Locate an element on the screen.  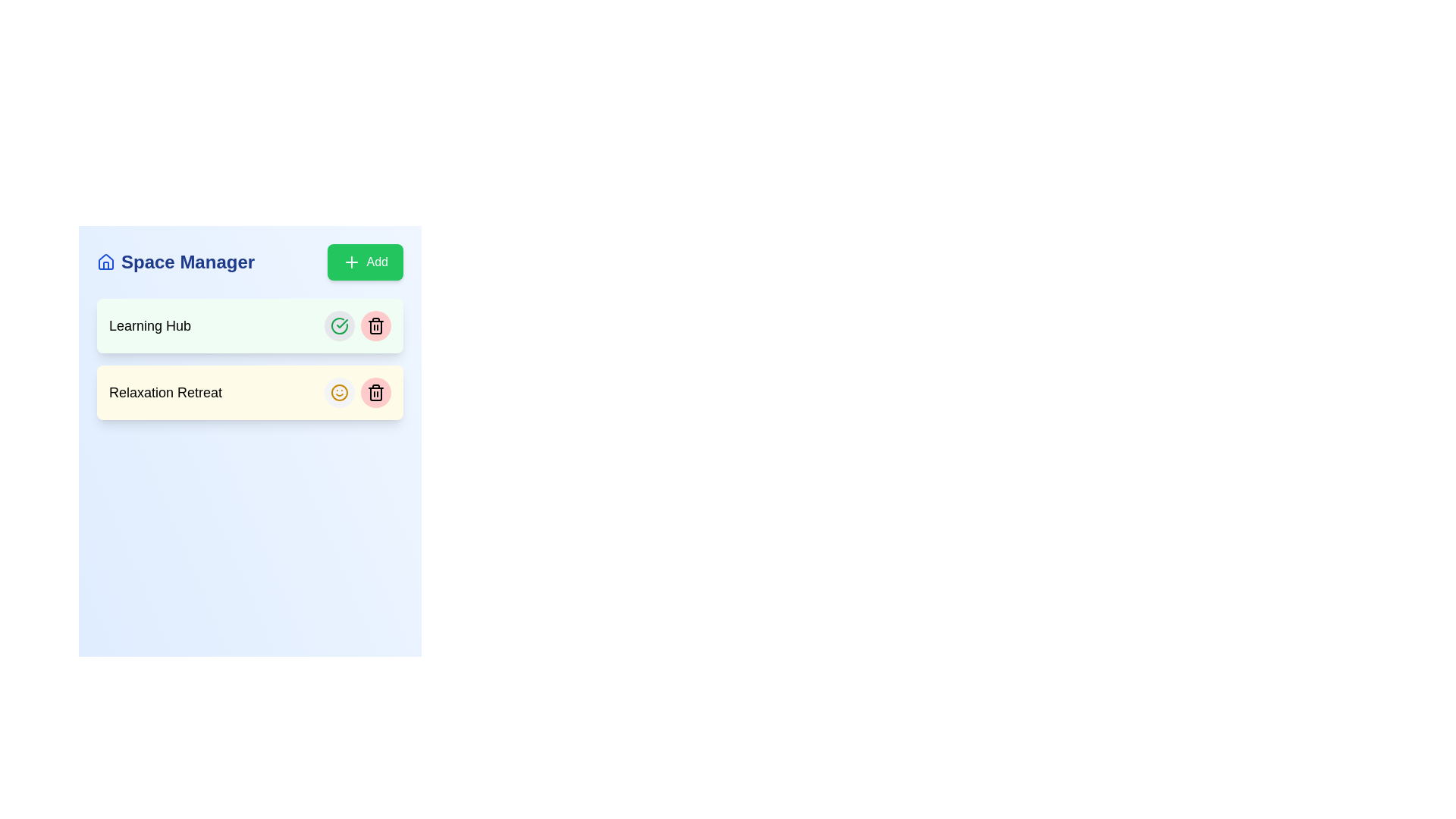
the circular graphical element that forms the boundary of the smiley face, indicating a positive or cheerful state is located at coordinates (338, 391).